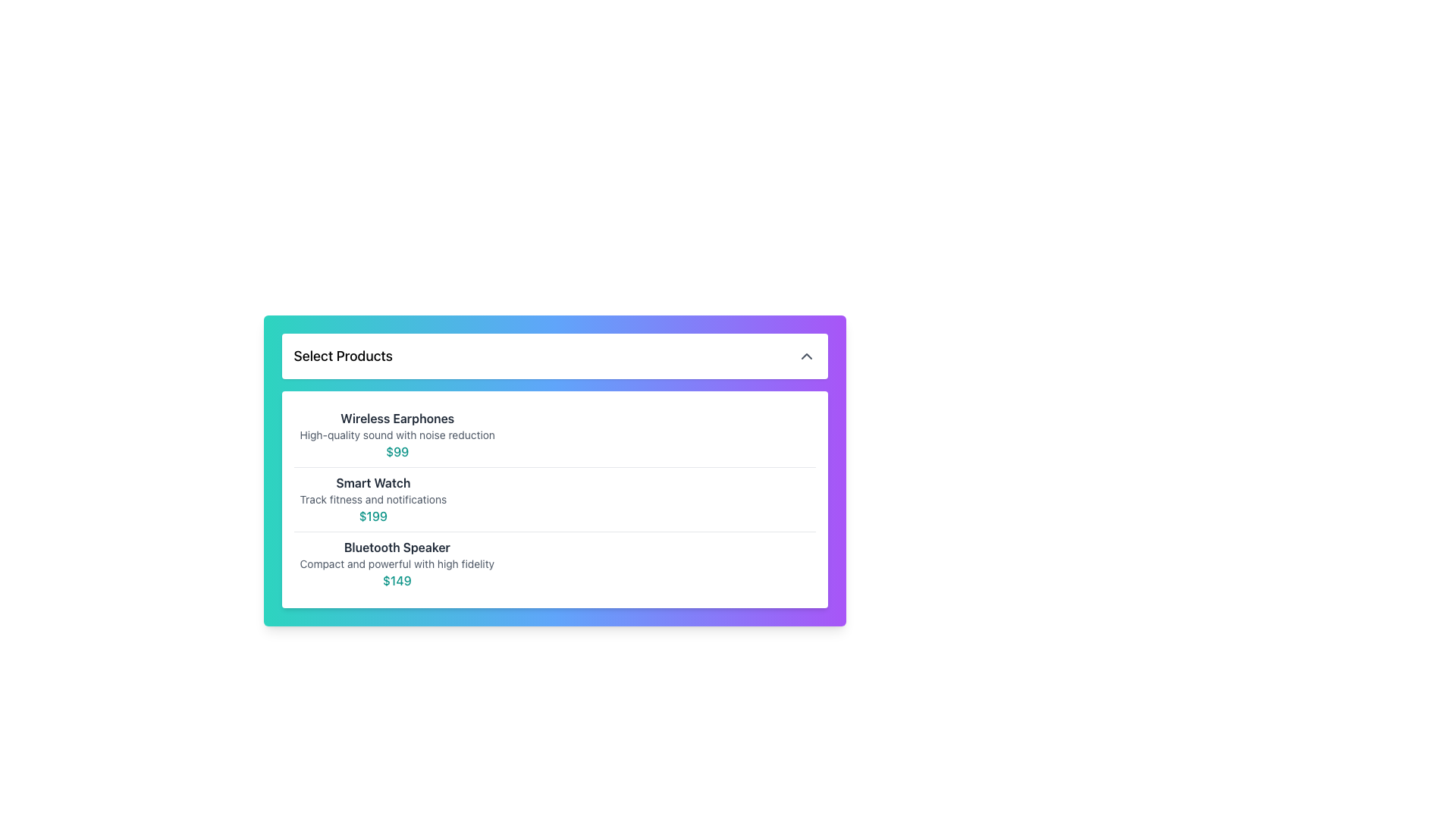 The height and width of the screenshot is (819, 1456). What do you see at coordinates (397, 564) in the screenshot?
I see `information displayed in the third informational panel about the product located under the 'Smart Watch' description in the product selection dropdown` at bounding box center [397, 564].